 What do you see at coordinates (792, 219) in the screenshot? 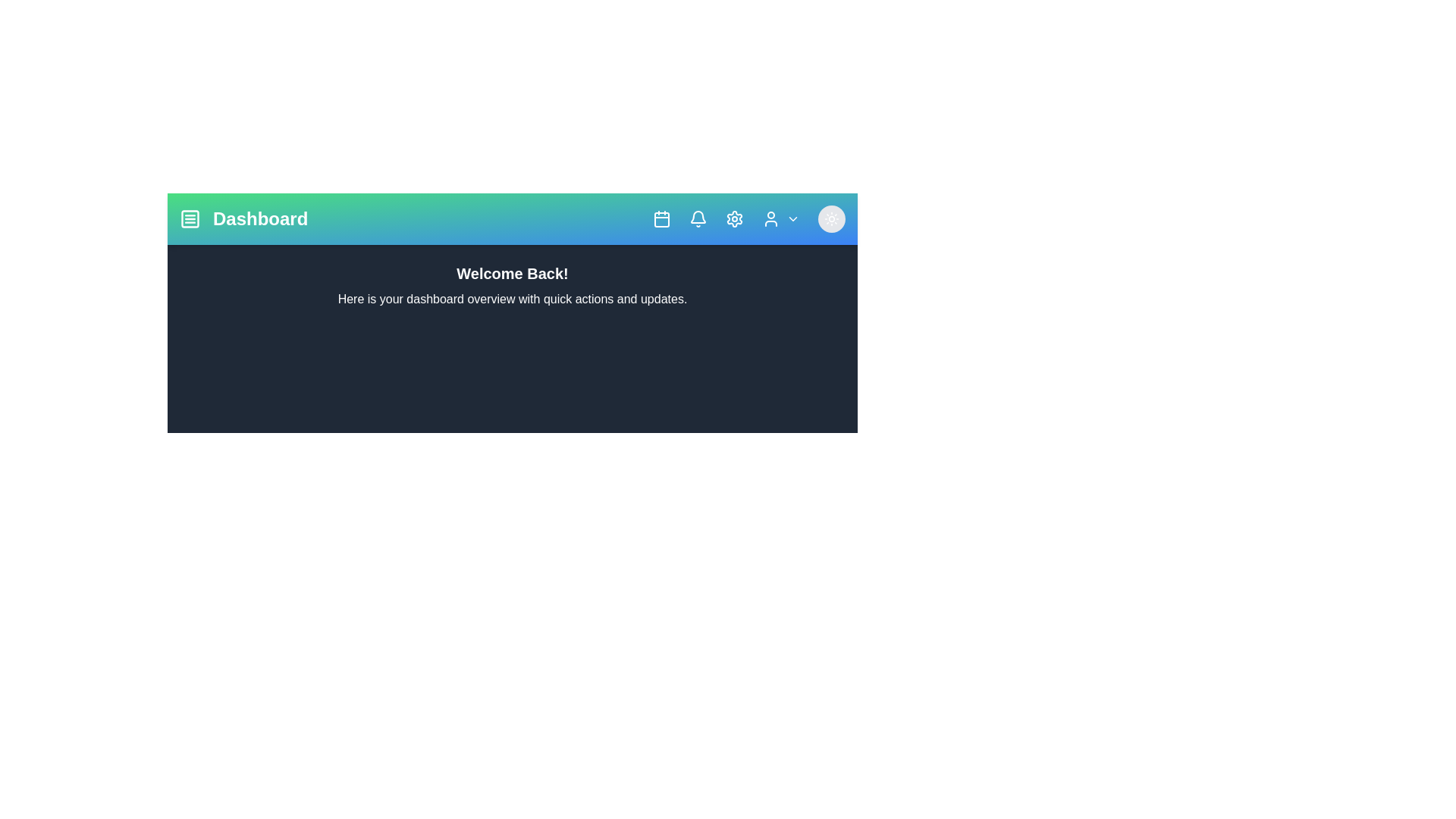
I see `the dropdown icon located in the top-right corner of the app bar` at bounding box center [792, 219].